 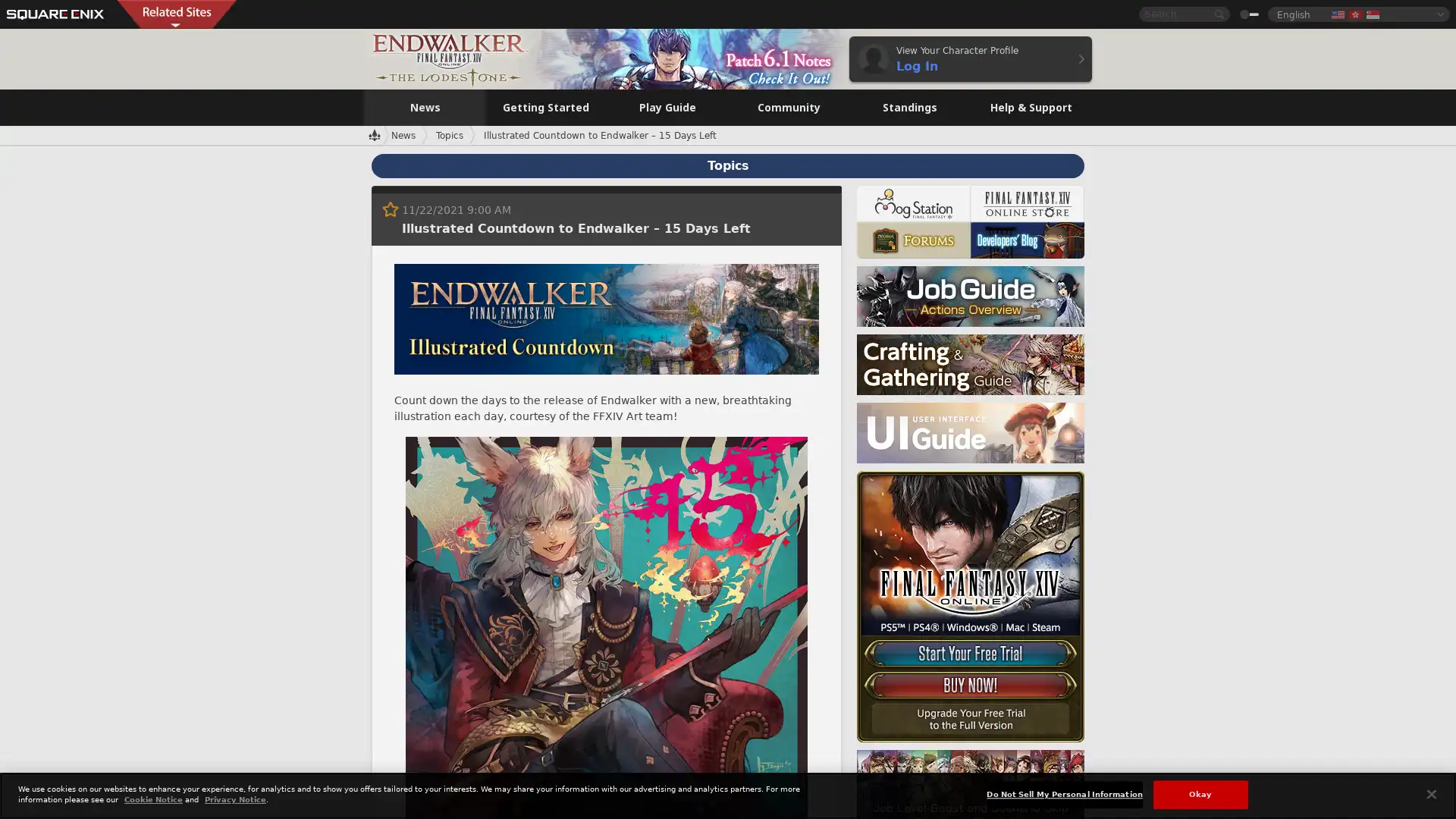 I want to click on Okay, so click(x=1199, y=793).